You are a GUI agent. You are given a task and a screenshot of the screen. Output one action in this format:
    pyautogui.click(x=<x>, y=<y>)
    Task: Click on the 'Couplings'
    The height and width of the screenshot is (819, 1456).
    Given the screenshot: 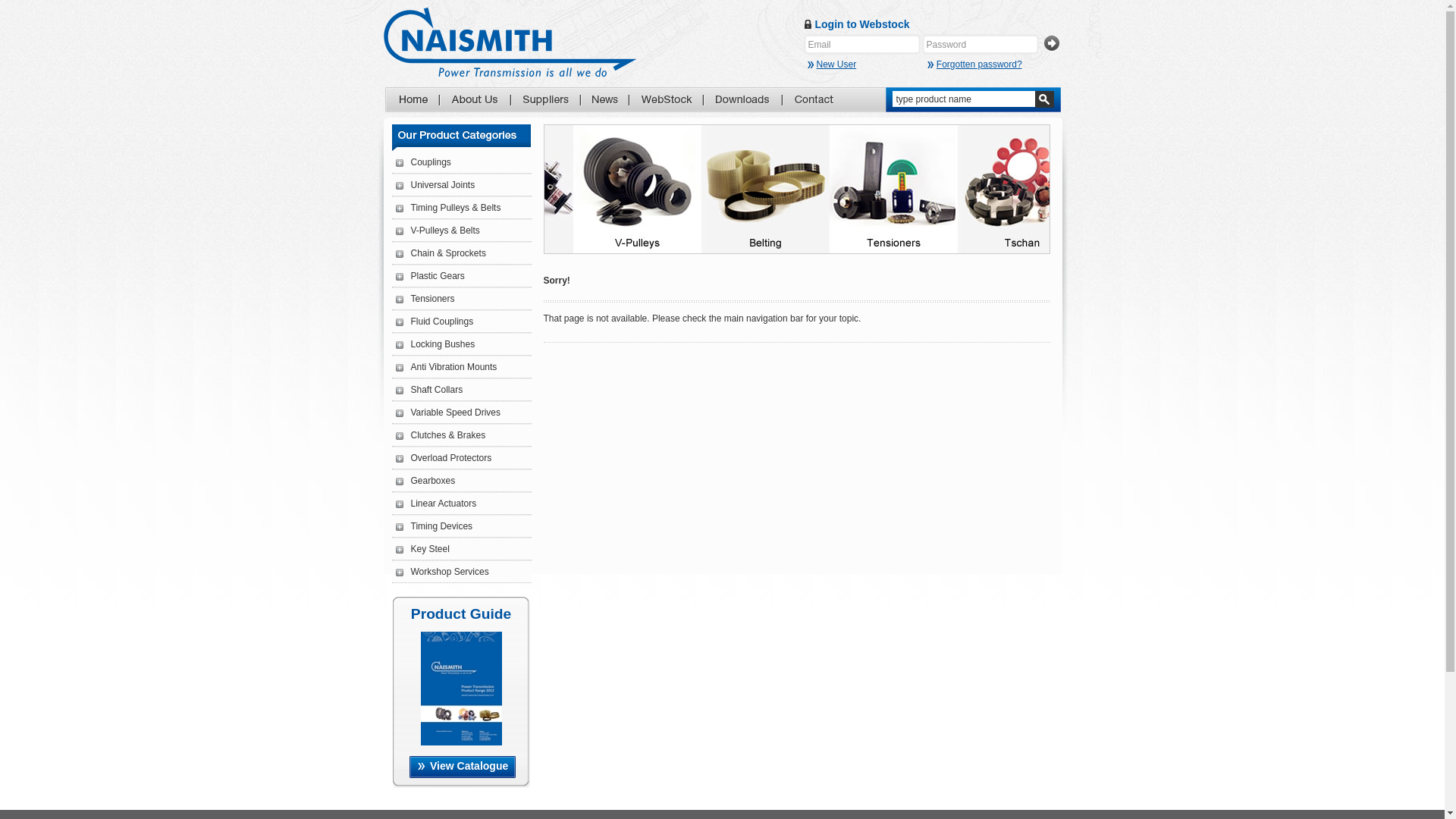 What is the action you would take?
    pyautogui.click(x=423, y=162)
    